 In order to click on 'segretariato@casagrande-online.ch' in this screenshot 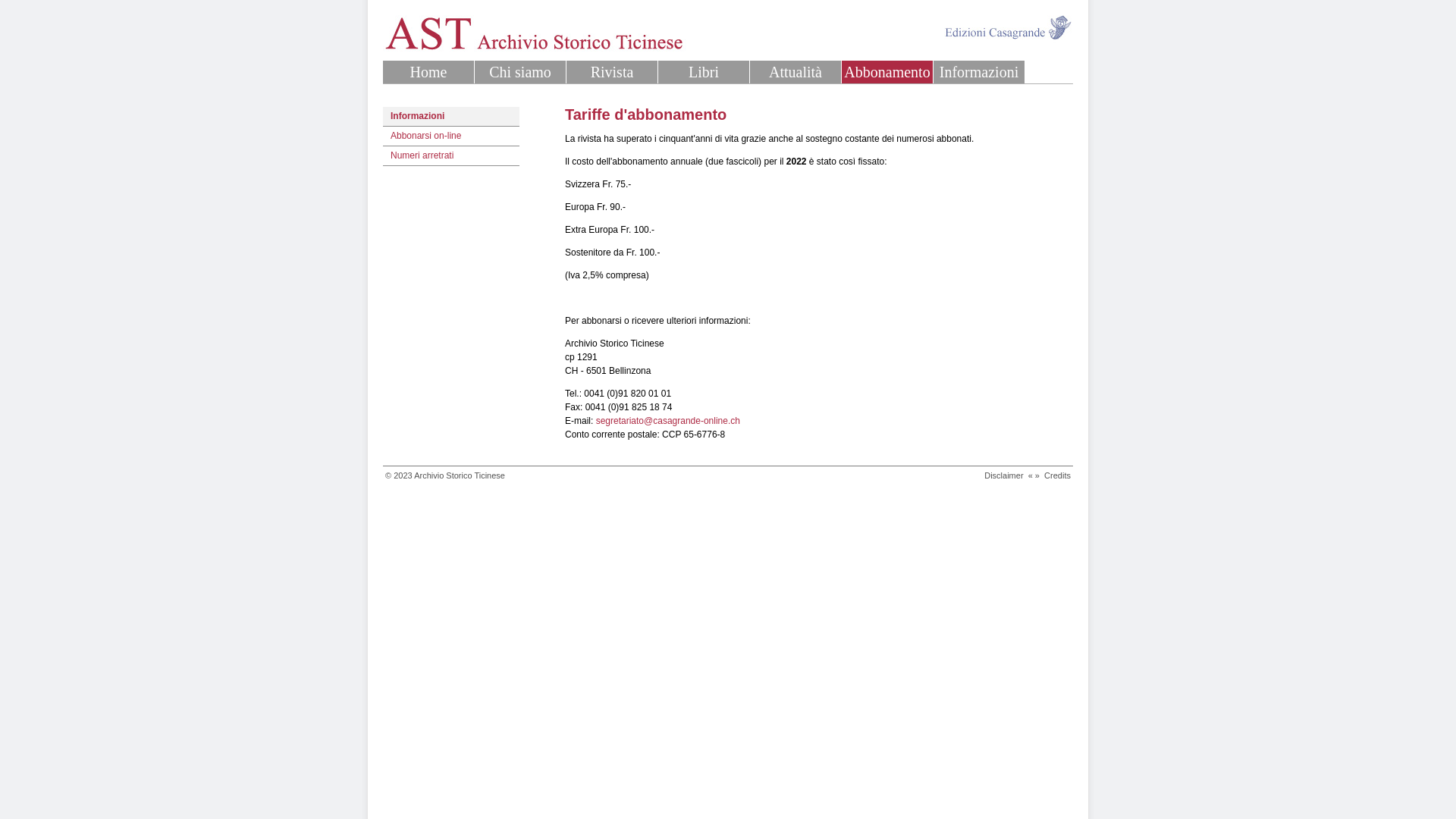, I will do `click(667, 421)`.